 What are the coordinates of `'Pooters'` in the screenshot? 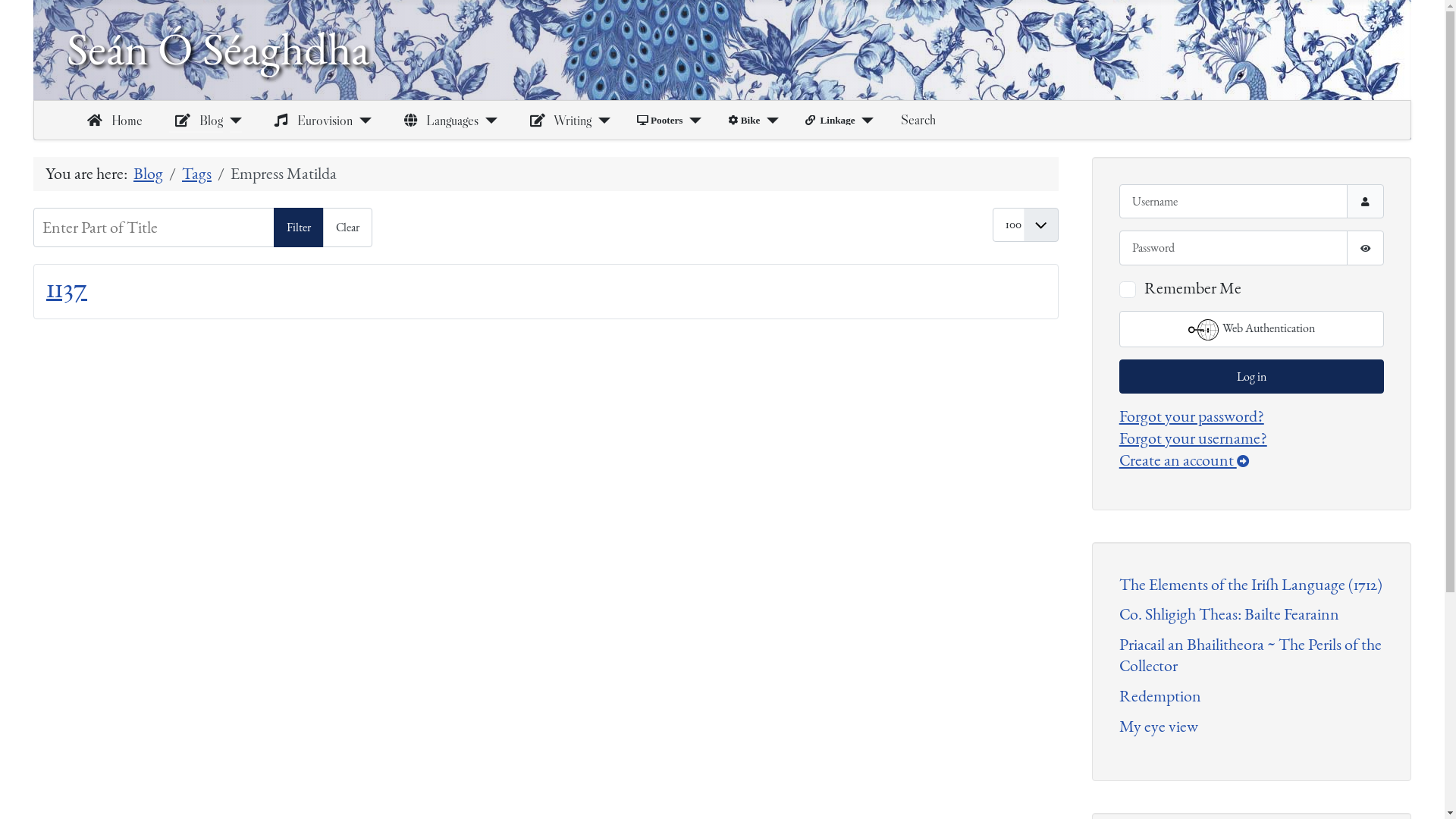 It's located at (660, 119).